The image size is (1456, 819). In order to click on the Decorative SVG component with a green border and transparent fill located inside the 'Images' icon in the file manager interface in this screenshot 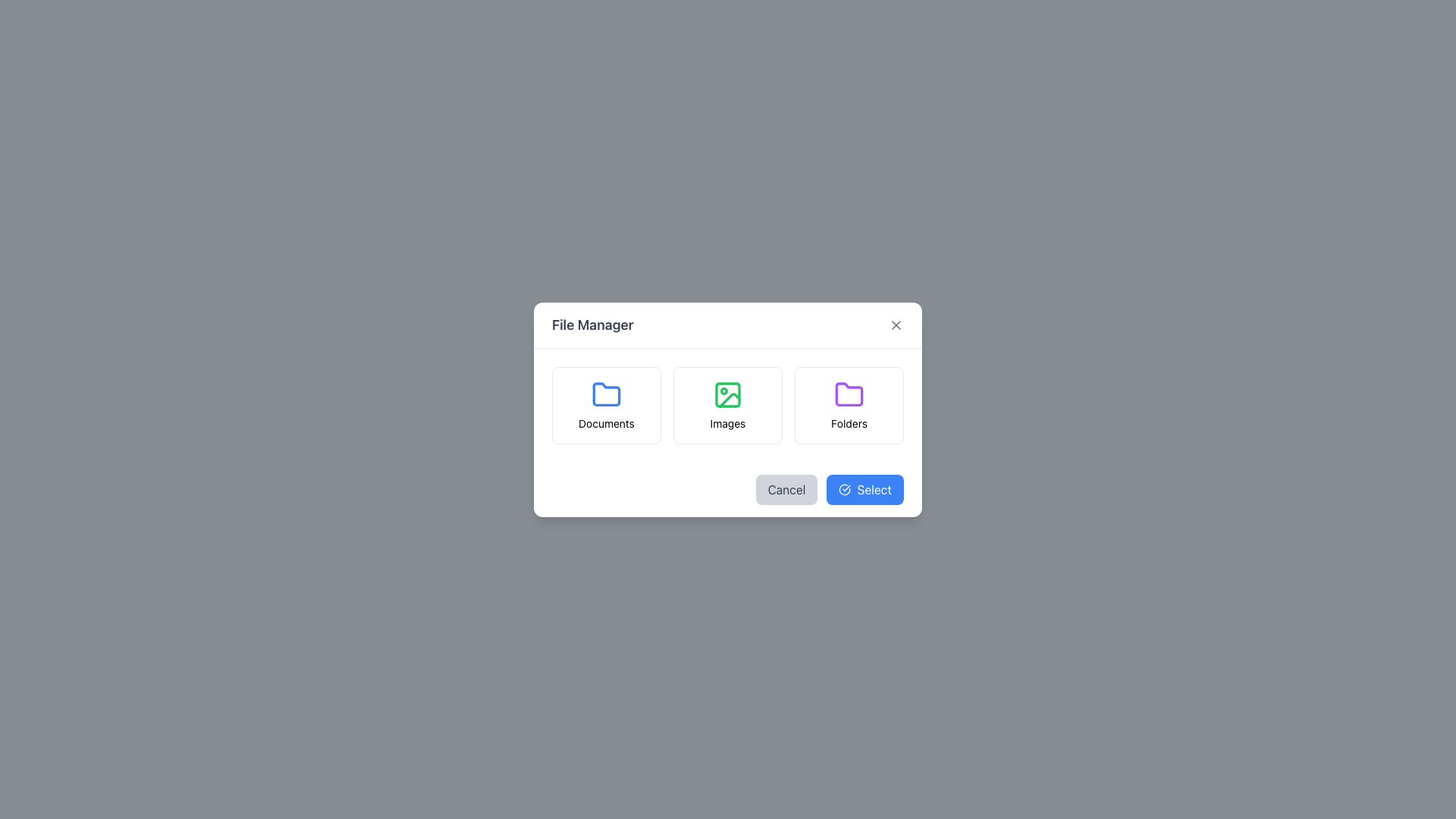, I will do `click(728, 394)`.